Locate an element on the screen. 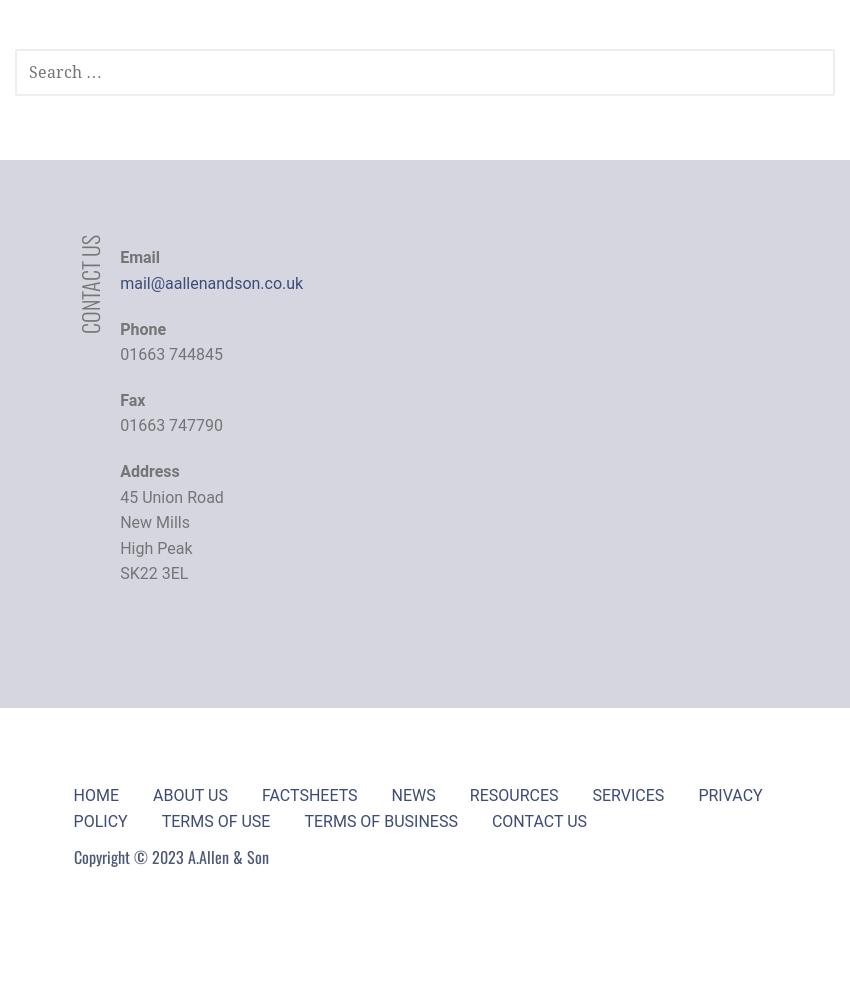 The image size is (850, 1000). 'Home' is located at coordinates (94, 794).